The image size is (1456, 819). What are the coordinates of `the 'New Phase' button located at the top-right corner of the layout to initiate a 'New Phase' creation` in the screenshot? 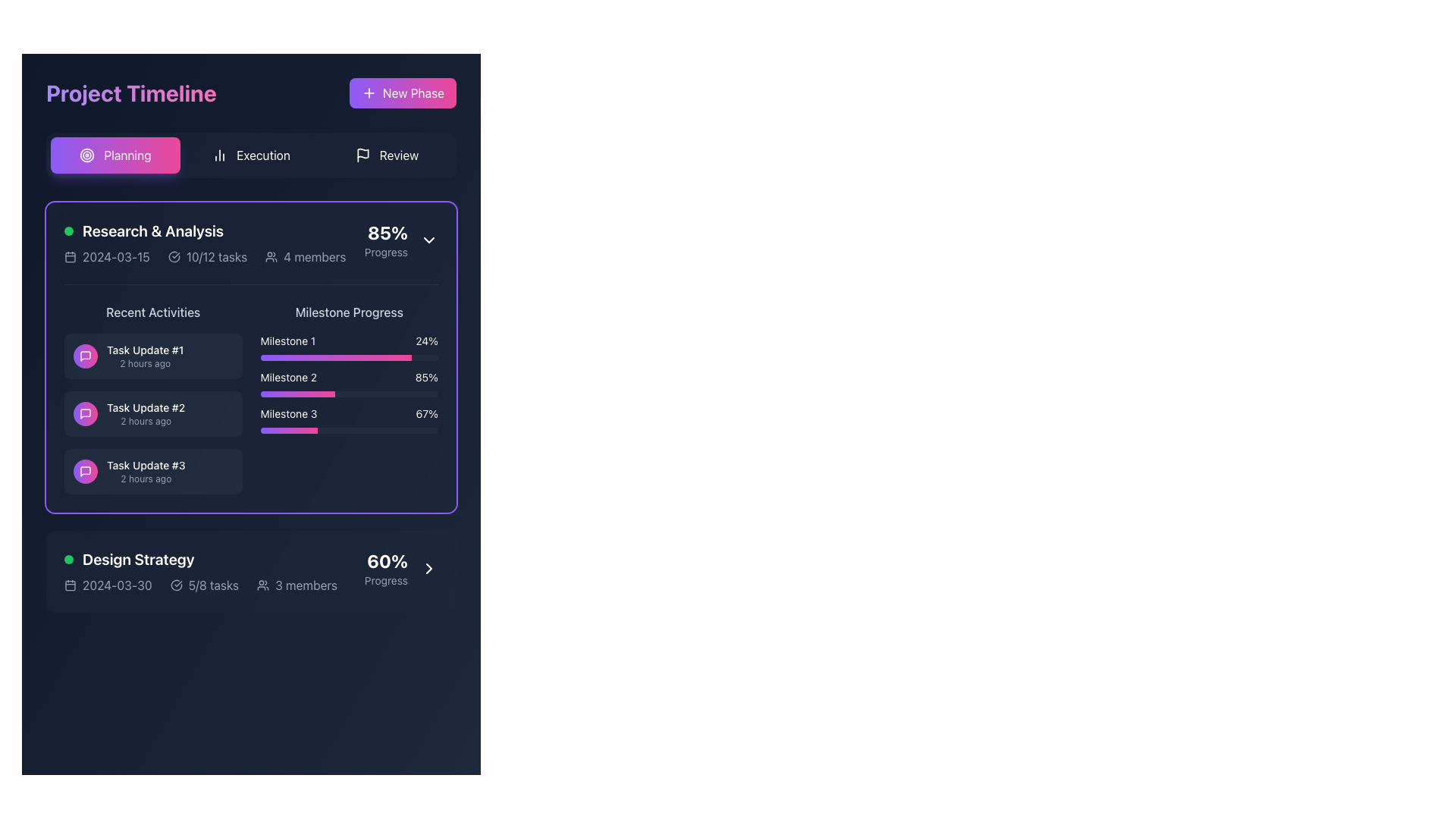 It's located at (403, 93).